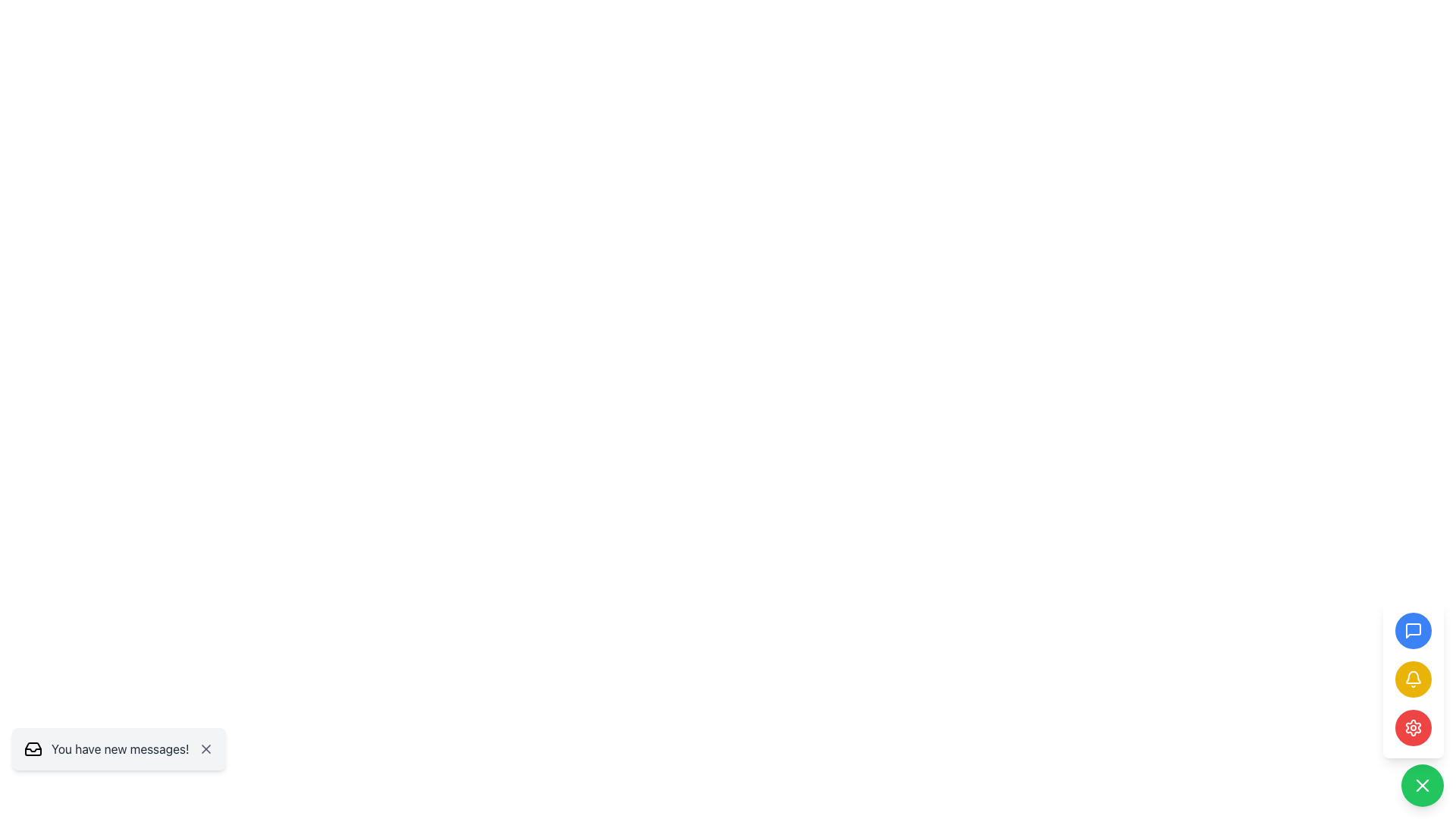  What do you see at coordinates (1412, 678) in the screenshot?
I see `the notification button located below the blue speech bubble icon and above the red gear icon` at bounding box center [1412, 678].